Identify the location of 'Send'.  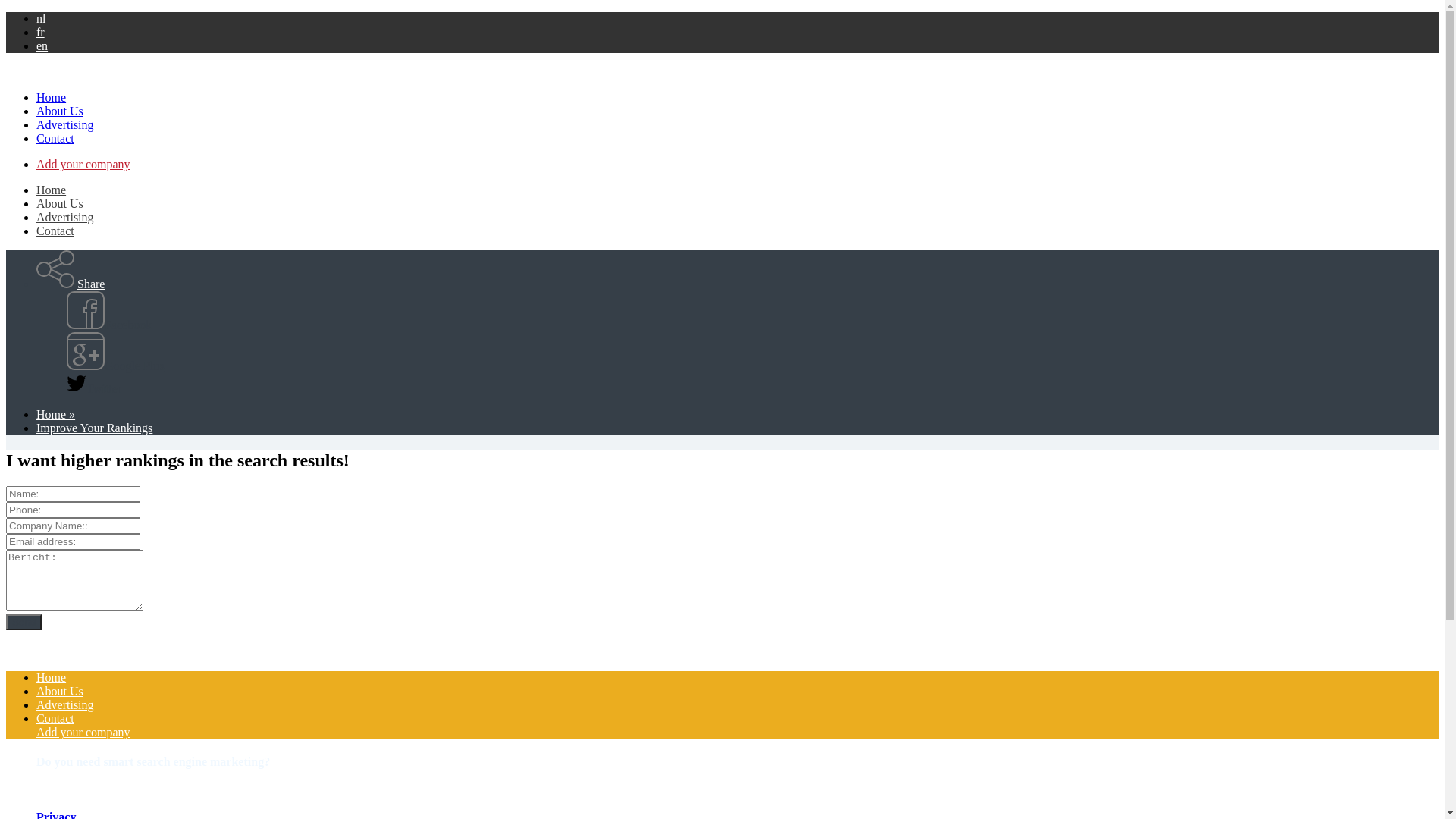
(24, 622).